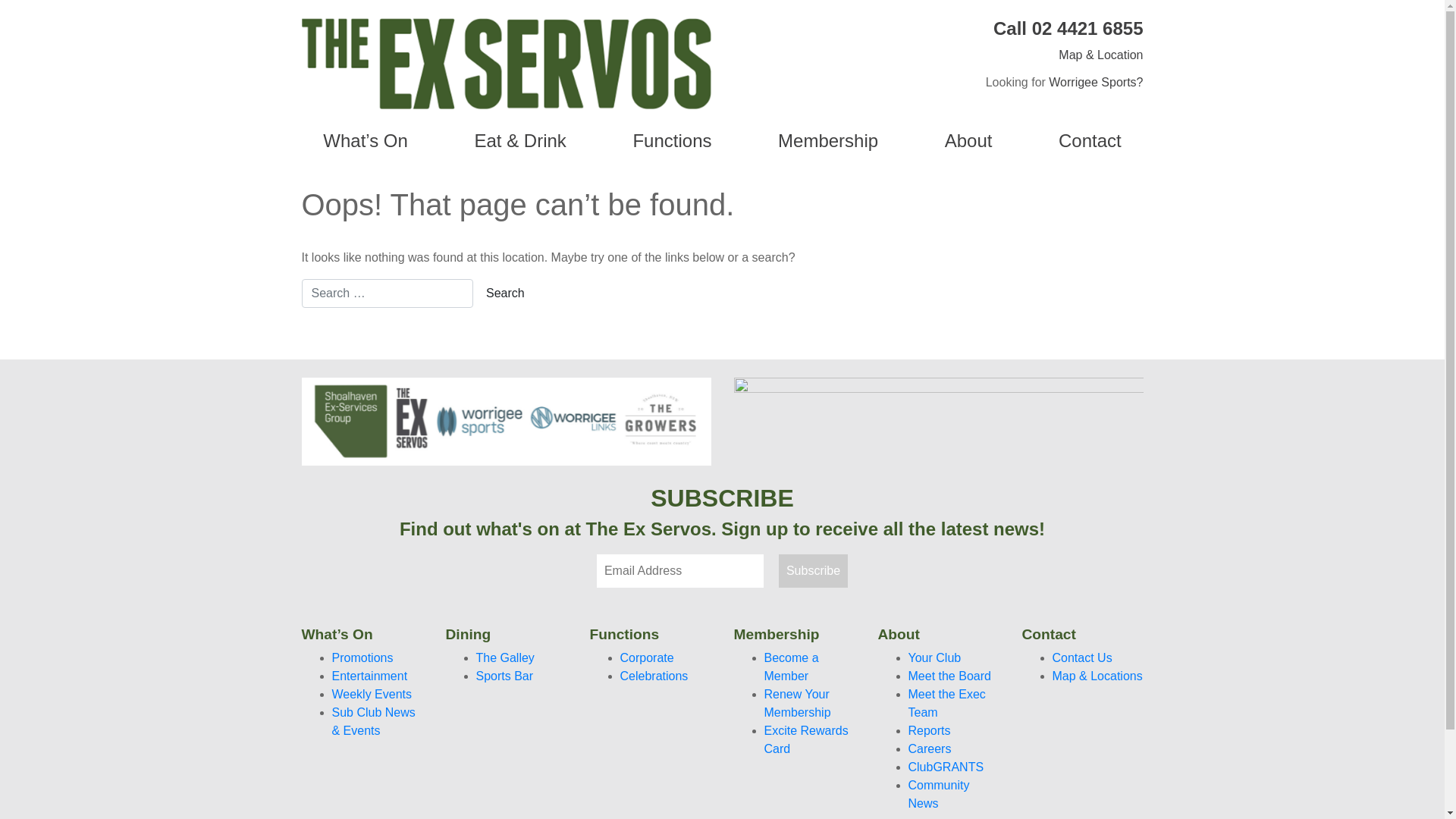 Image resolution: width=1456 pixels, height=819 pixels. What do you see at coordinates (929, 748) in the screenshot?
I see `'Careers'` at bounding box center [929, 748].